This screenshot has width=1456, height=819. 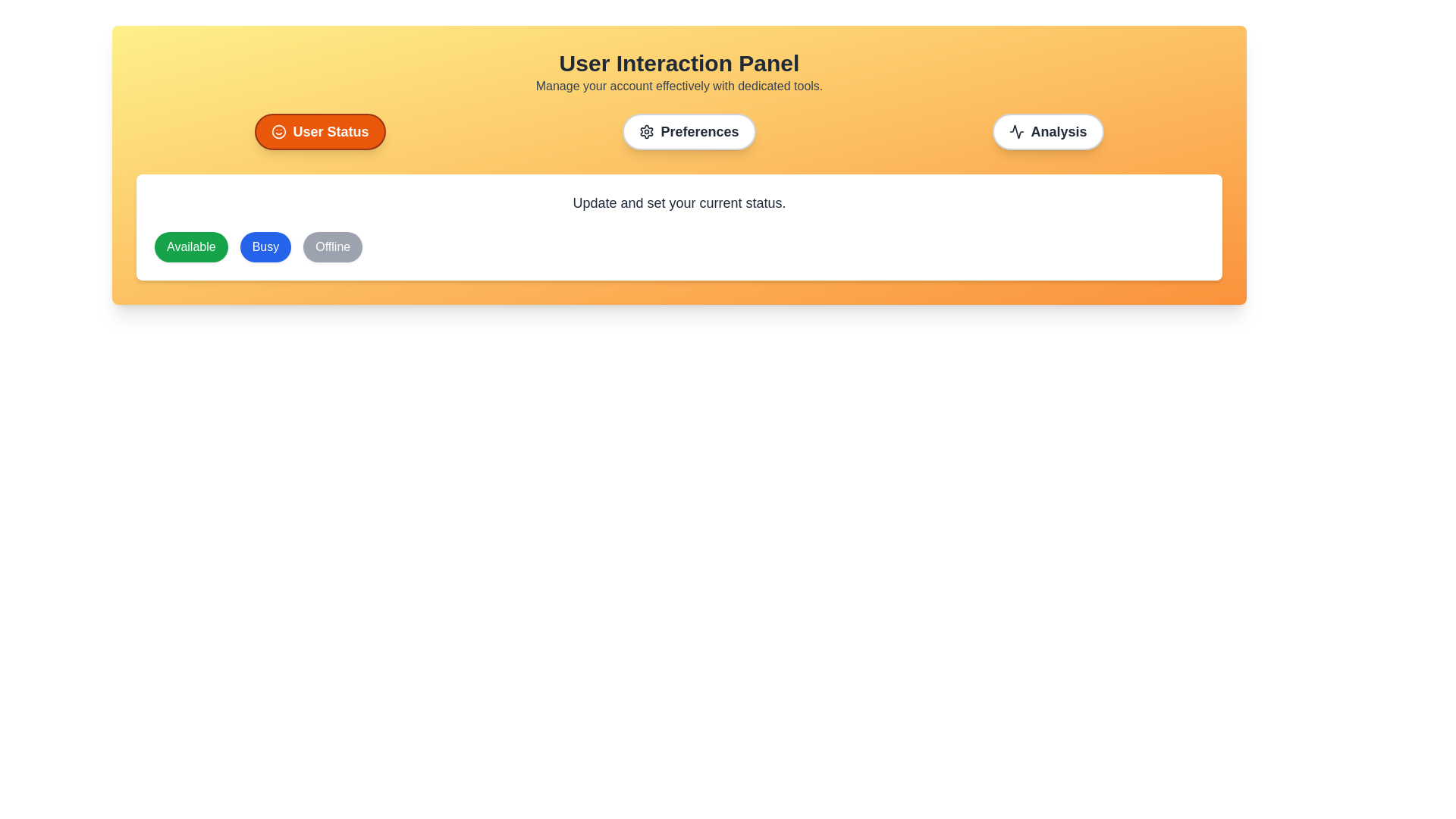 I want to click on the Preferences tab by clicking on the corresponding button, so click(x=688, y=130).